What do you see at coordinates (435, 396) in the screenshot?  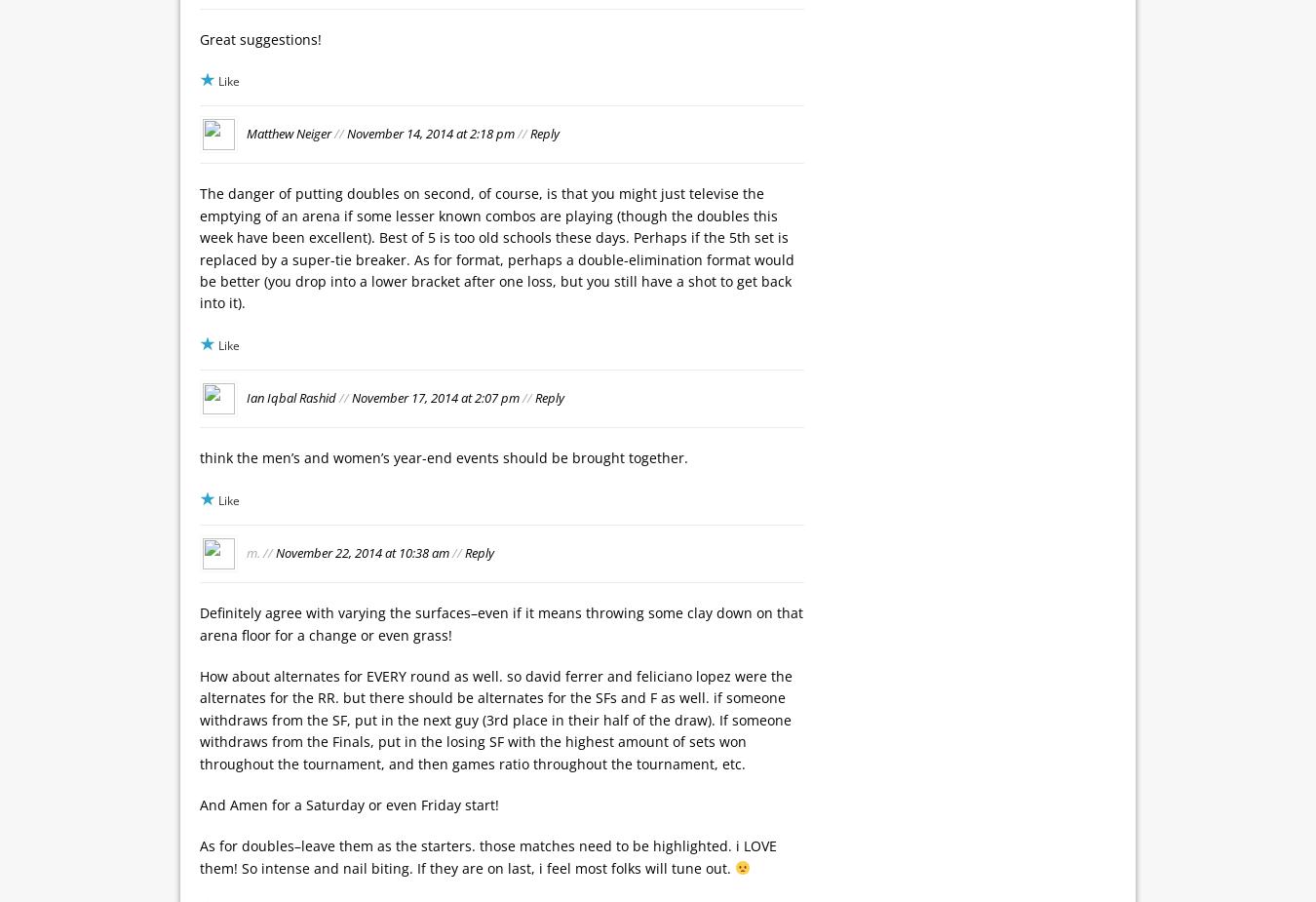 I see `'November 17, 2014 at 2:07 pm'` at bounding box center [435, 396].